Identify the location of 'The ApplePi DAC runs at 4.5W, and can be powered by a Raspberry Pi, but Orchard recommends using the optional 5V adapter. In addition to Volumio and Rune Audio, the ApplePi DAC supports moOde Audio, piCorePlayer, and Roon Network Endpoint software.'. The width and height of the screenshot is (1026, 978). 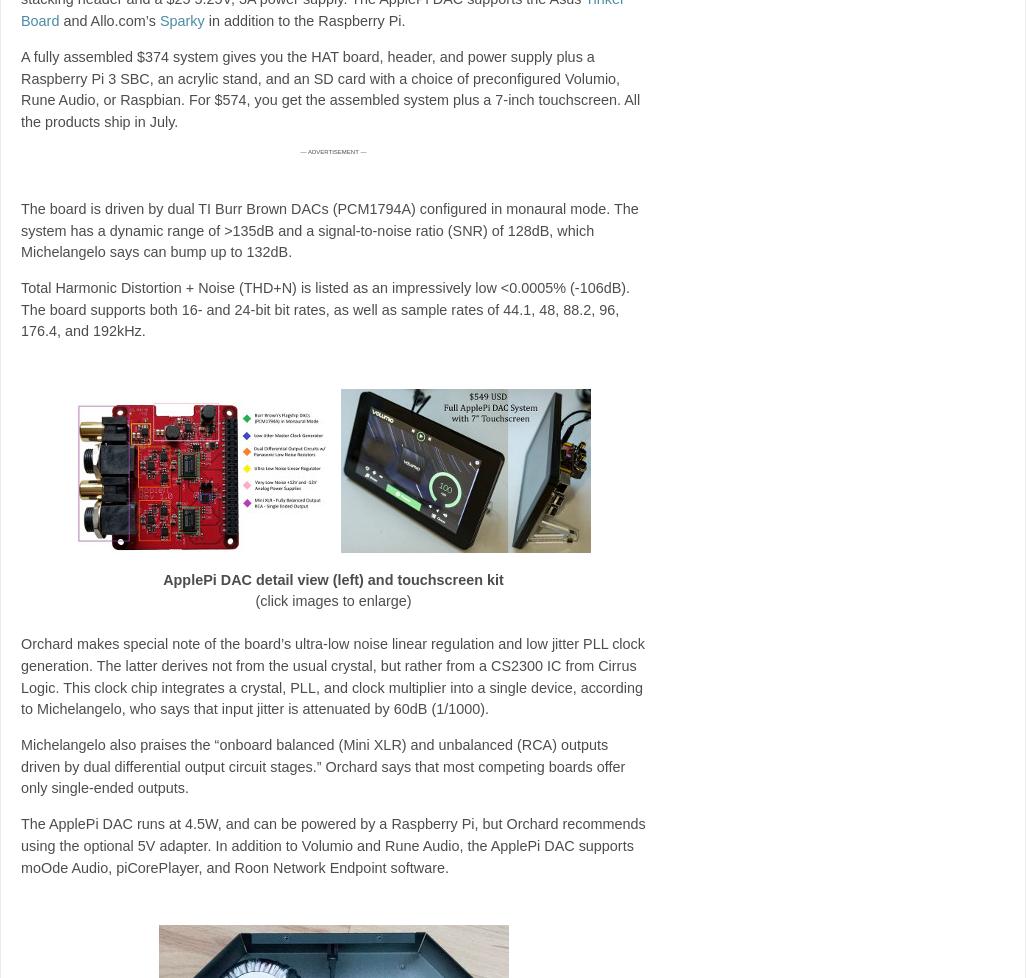
(333, 844).